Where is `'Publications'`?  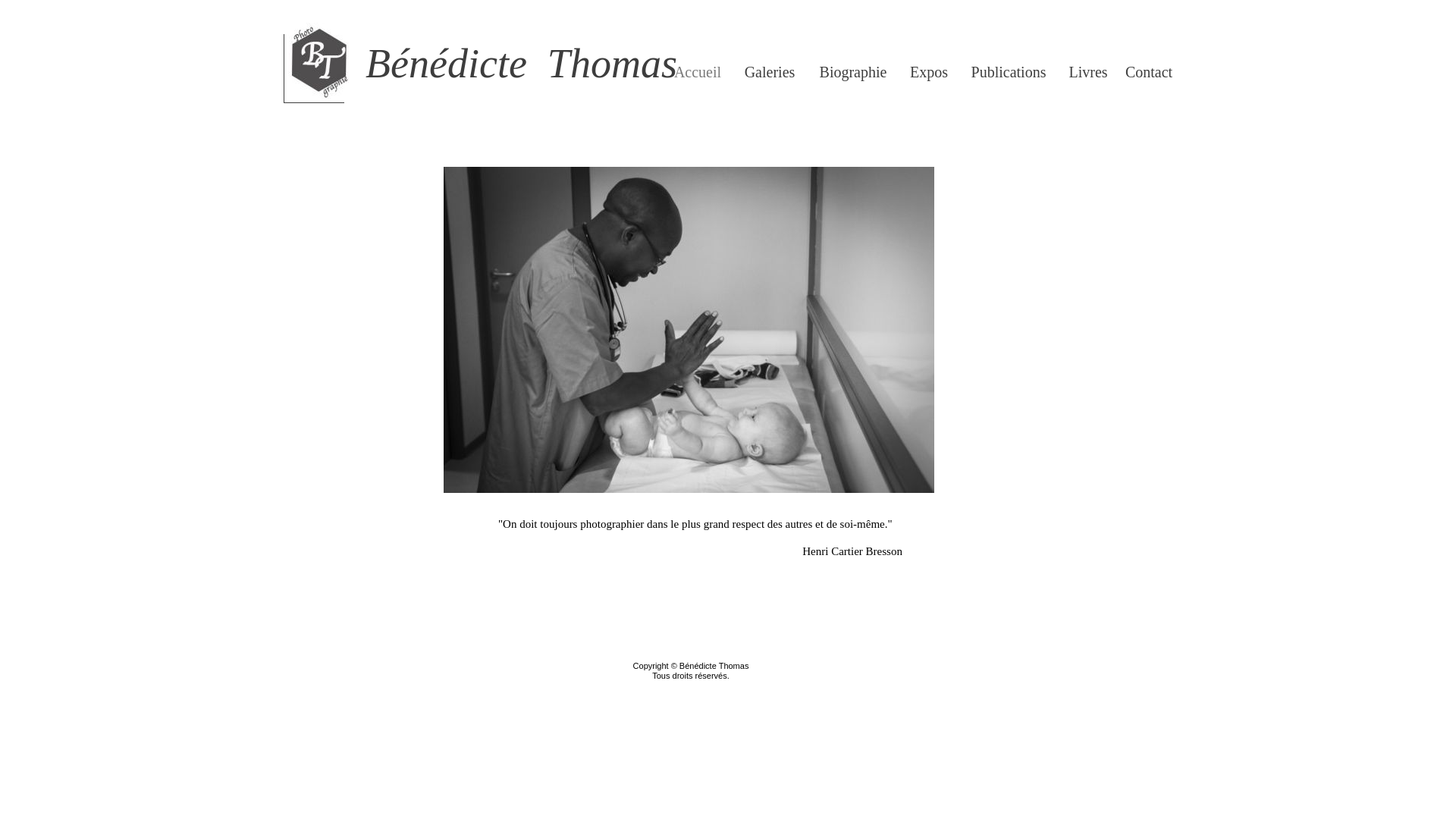
'Publications' is located at coordinates (1009, 72).